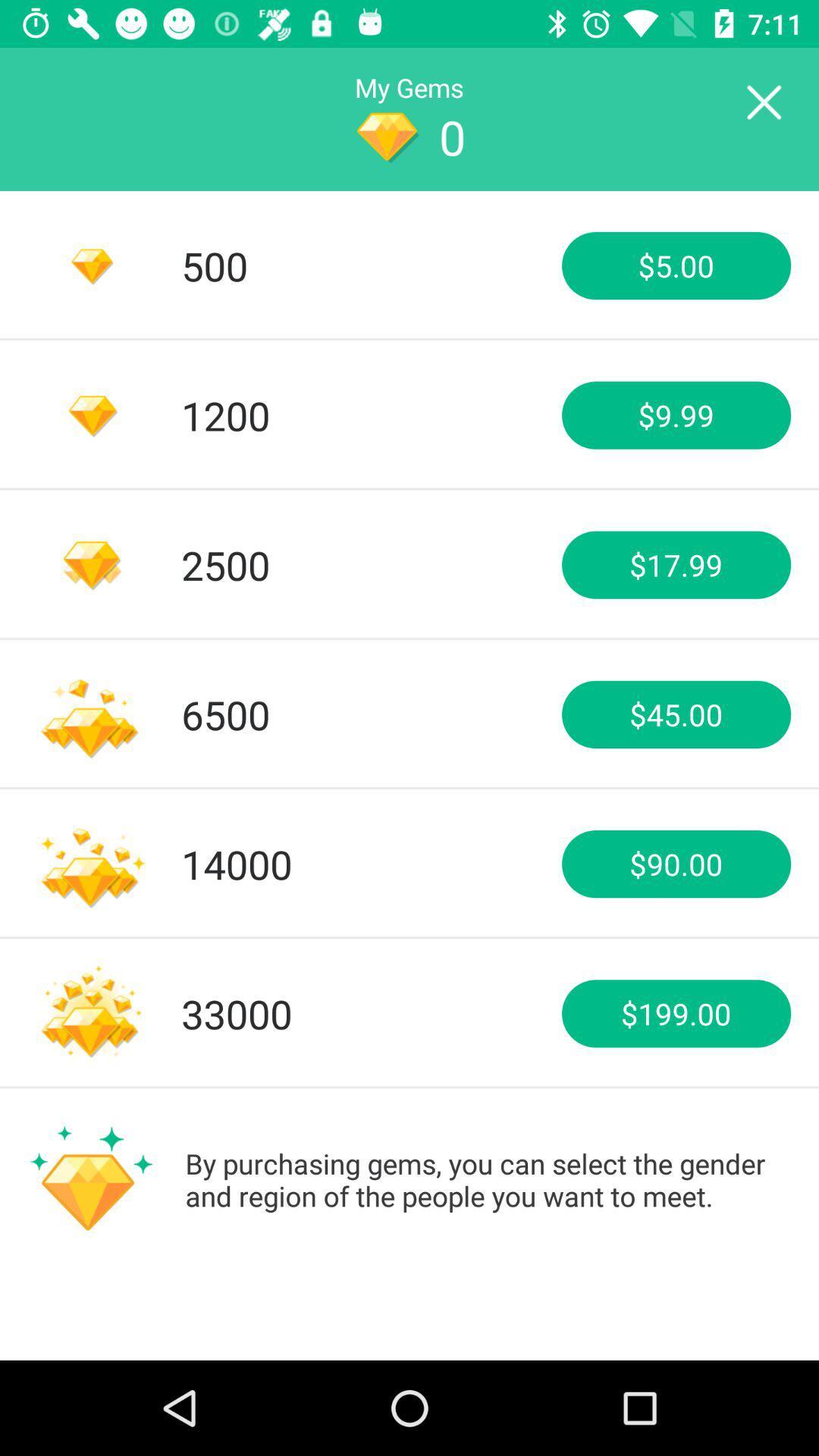 The height and width of the screenshot is (1456, 819). I want to click on current screen, so click(763, 102).